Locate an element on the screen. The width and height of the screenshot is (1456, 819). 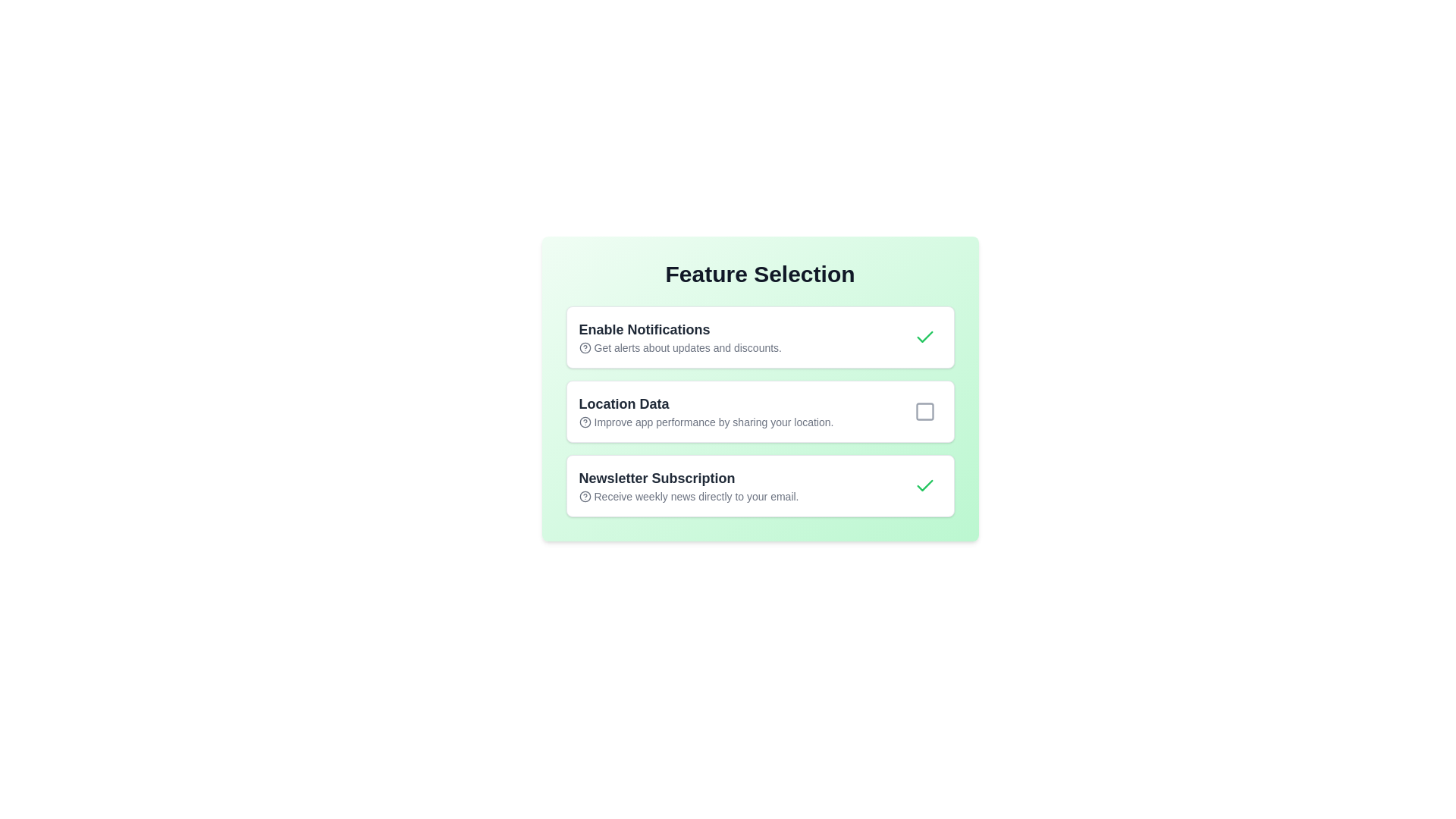
the Inline Text with Icon that says 'Get alerts about updates and discounts', located directly below the header 'Enable Notifications' is located at coordinates (679, 348).